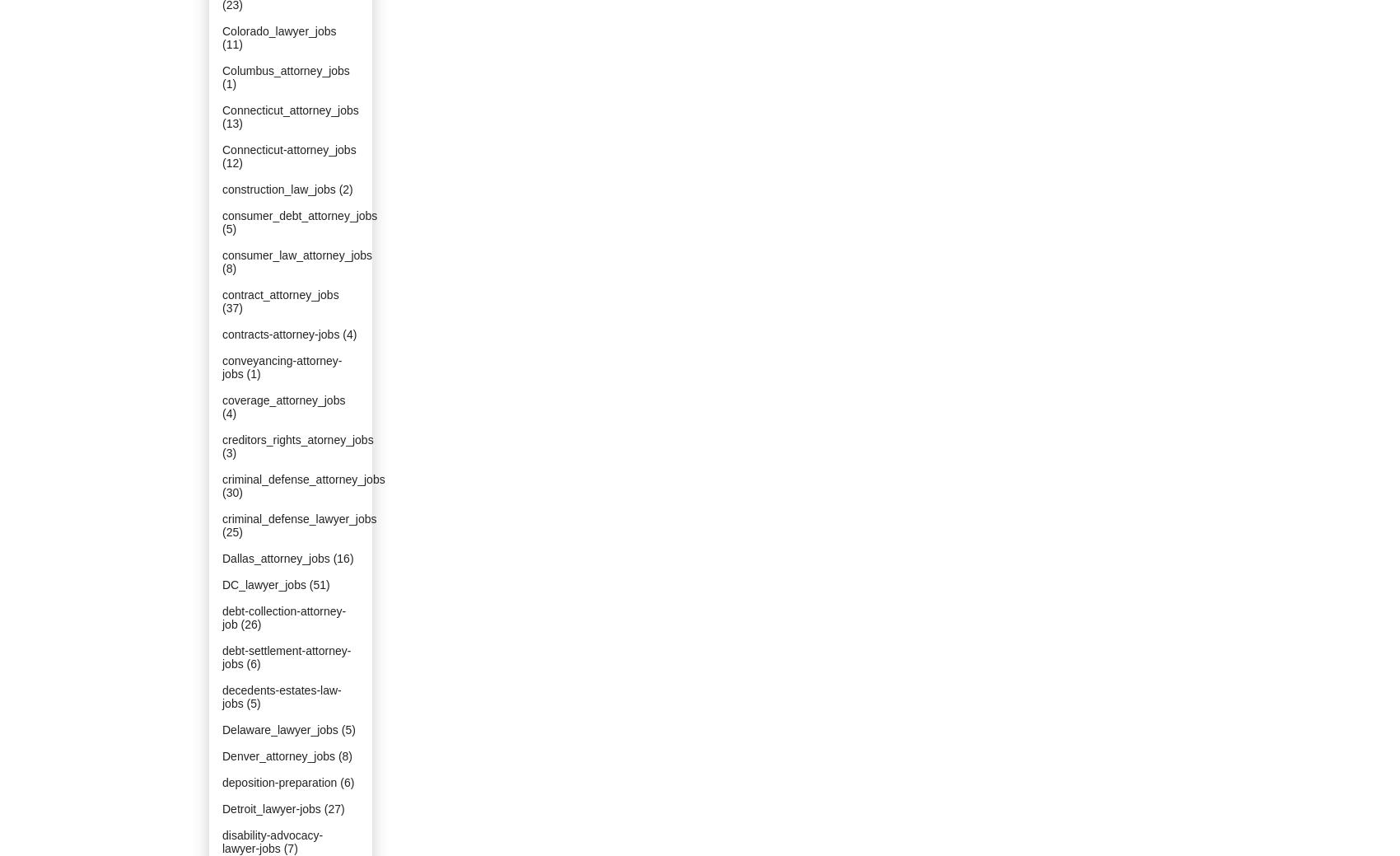 The image size is (1400, 856). I want to click on '(30)', so click(232, 493).